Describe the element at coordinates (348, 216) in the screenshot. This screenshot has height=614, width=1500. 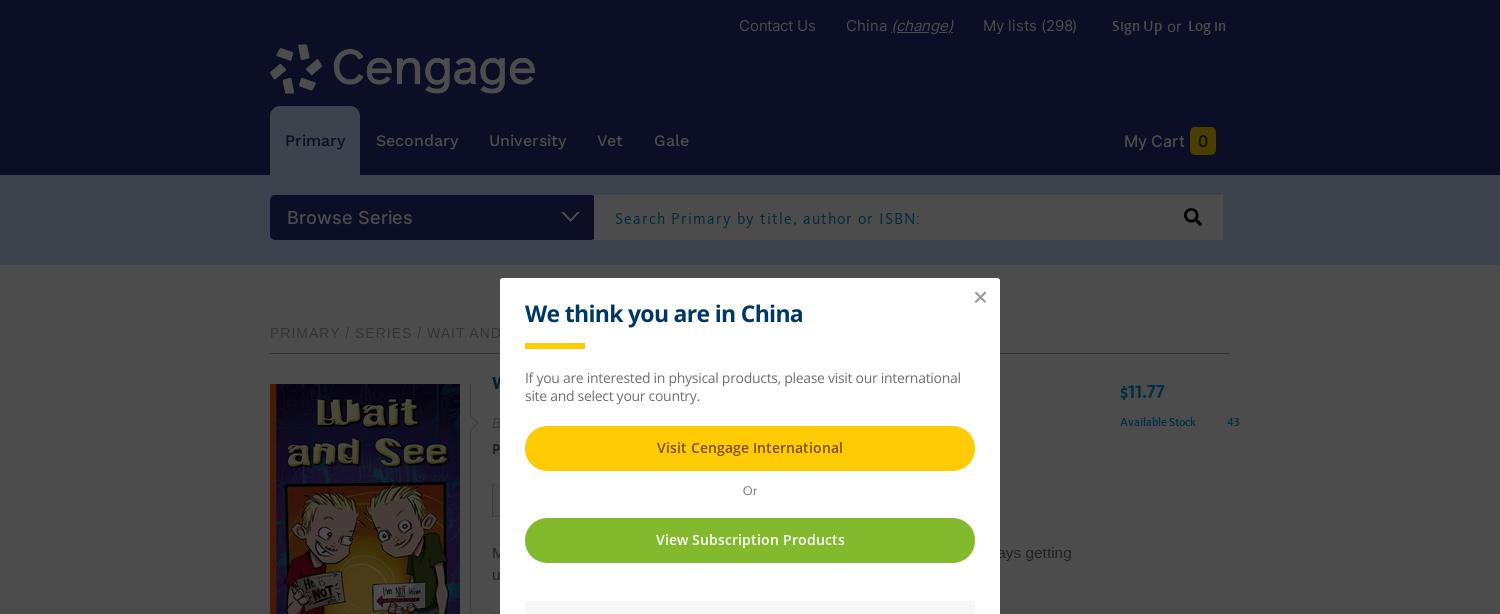
I see `'Browse Series'` at that location.